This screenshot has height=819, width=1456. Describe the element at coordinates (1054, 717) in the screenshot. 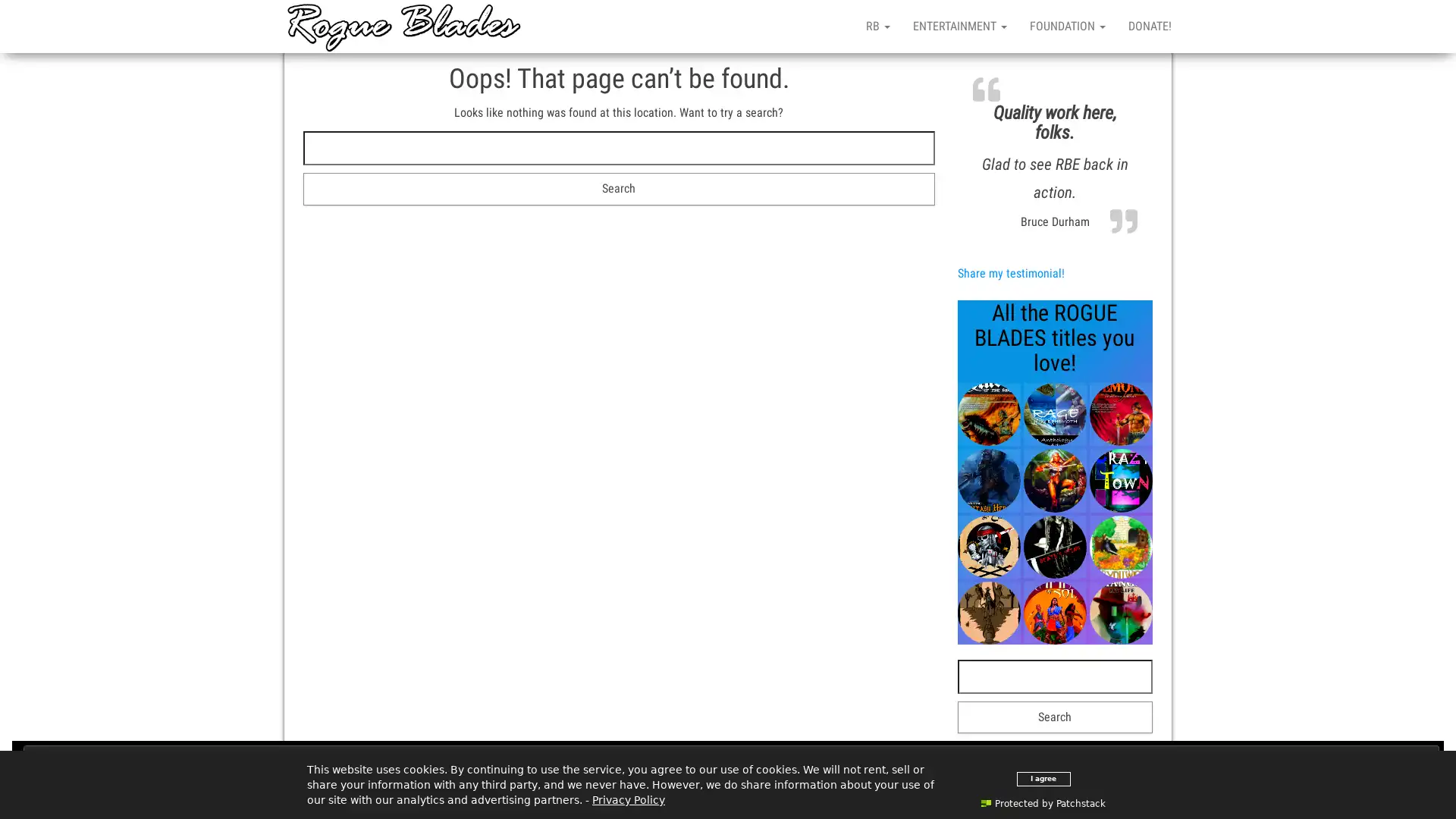

I see `Search` at that location.